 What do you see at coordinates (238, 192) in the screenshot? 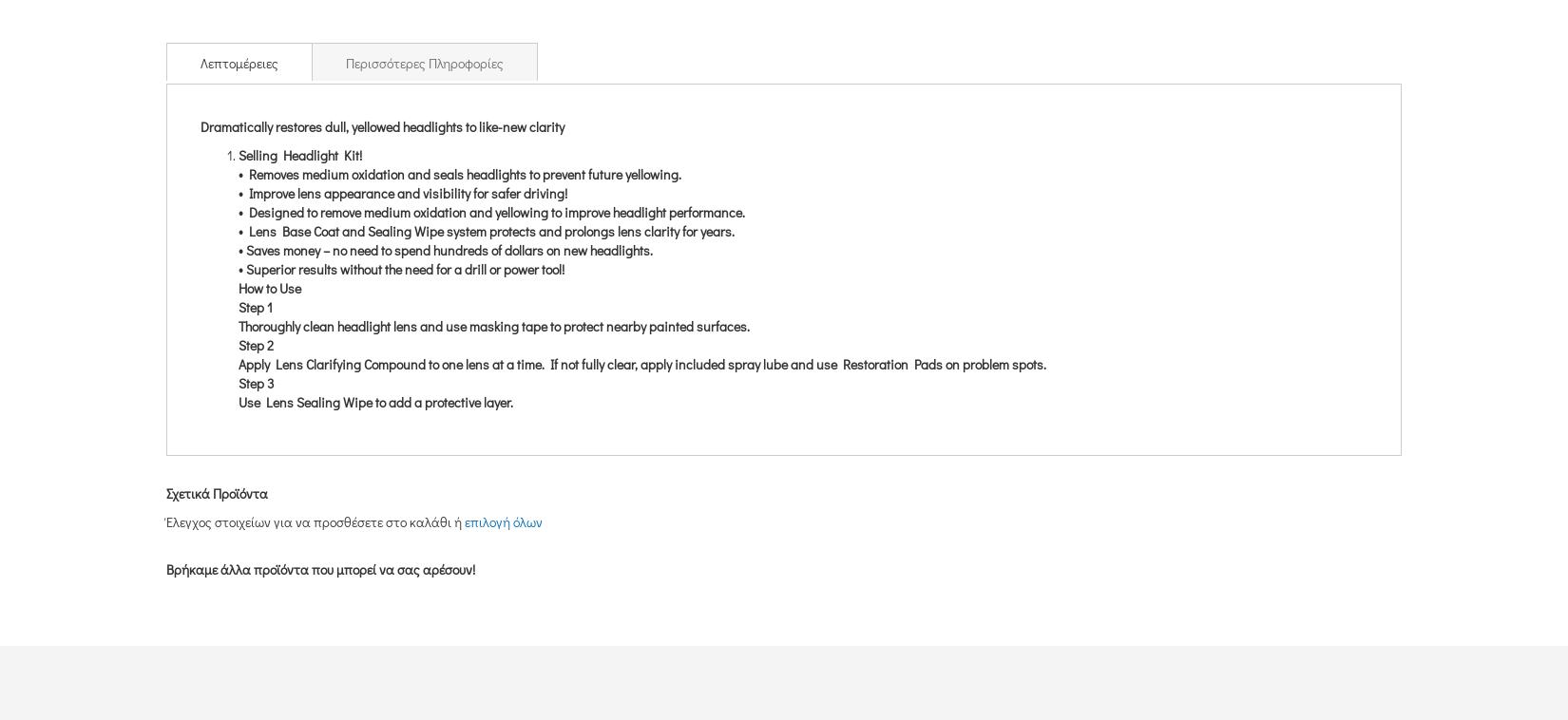
I see `'• Improve lens appearance and visibility for safer driving!'` at bounding box center [238, 192].